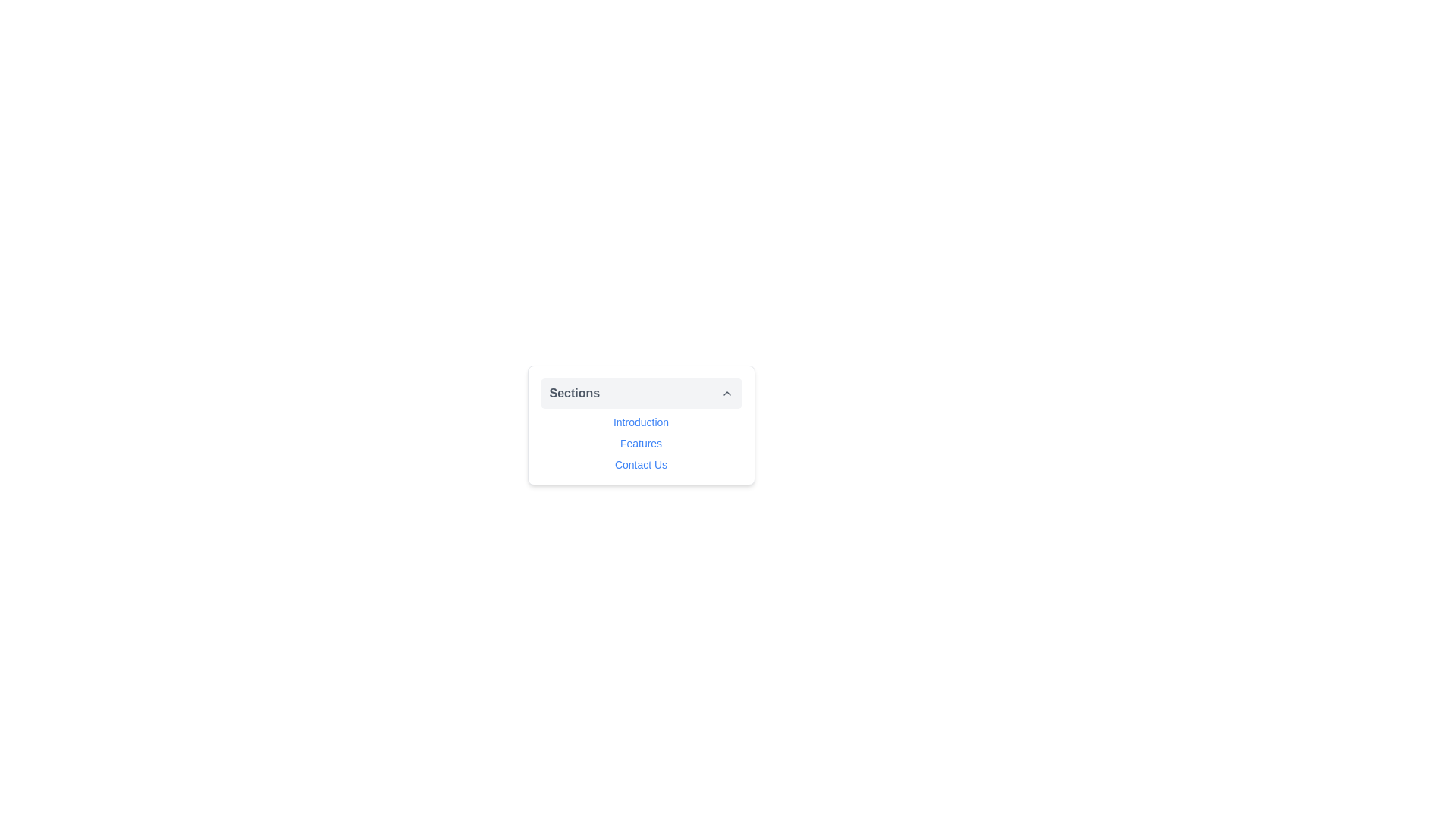  What do you see at coordinates (641, 444) in the screenshot?
I see `the text label 'Features' in the vertical menu under 'Sections'` at bounding box center [641, 444].